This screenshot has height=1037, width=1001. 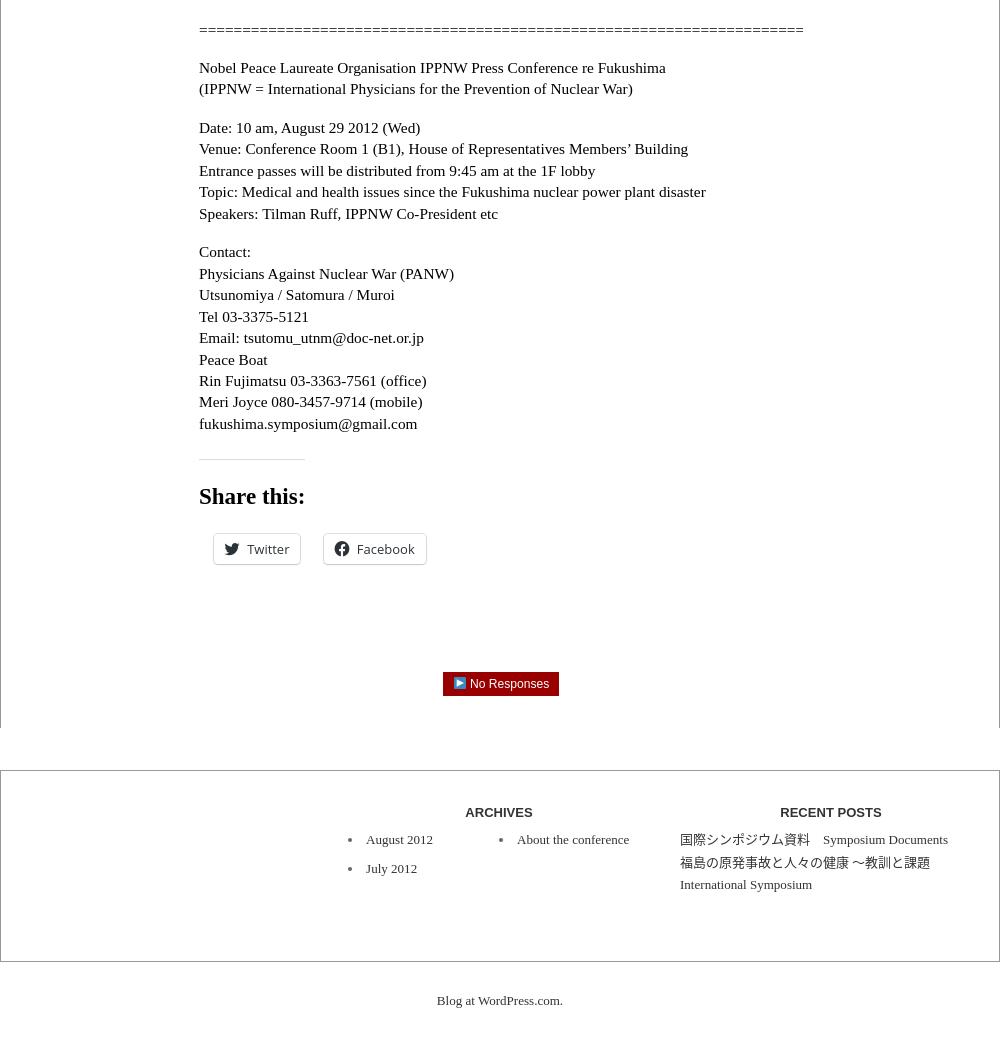 What do you see at coordinates (348, 211) in the screenshot?
I see `'Speakers: Tilman Ruff, IPPNW Co-President etc'` at bounding box center [348, 211].